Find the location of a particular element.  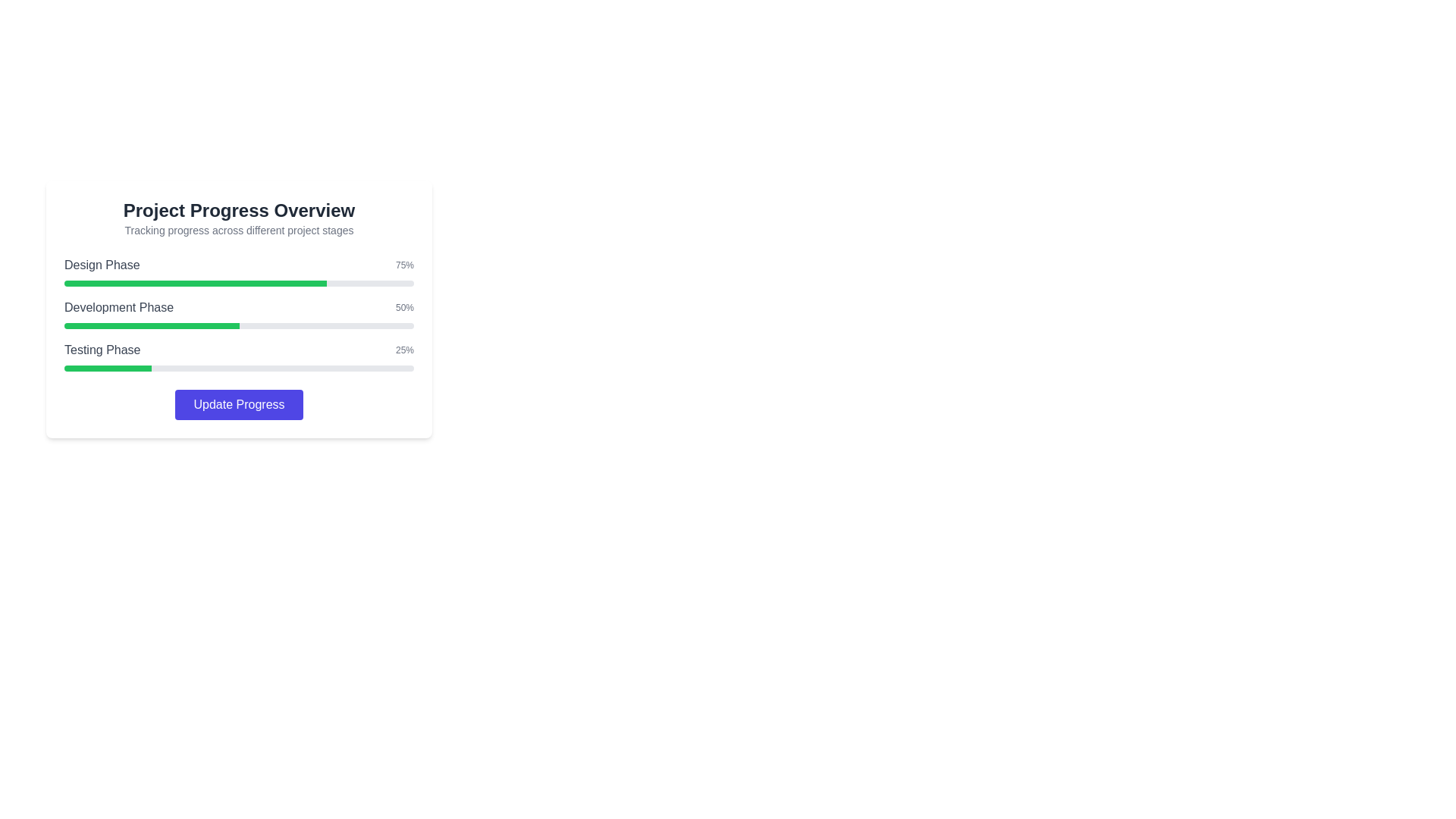

the progress percentage text located to the far right of the 'Testing Phase' label in the progress tracking interface is located at coordinates (404, 350).